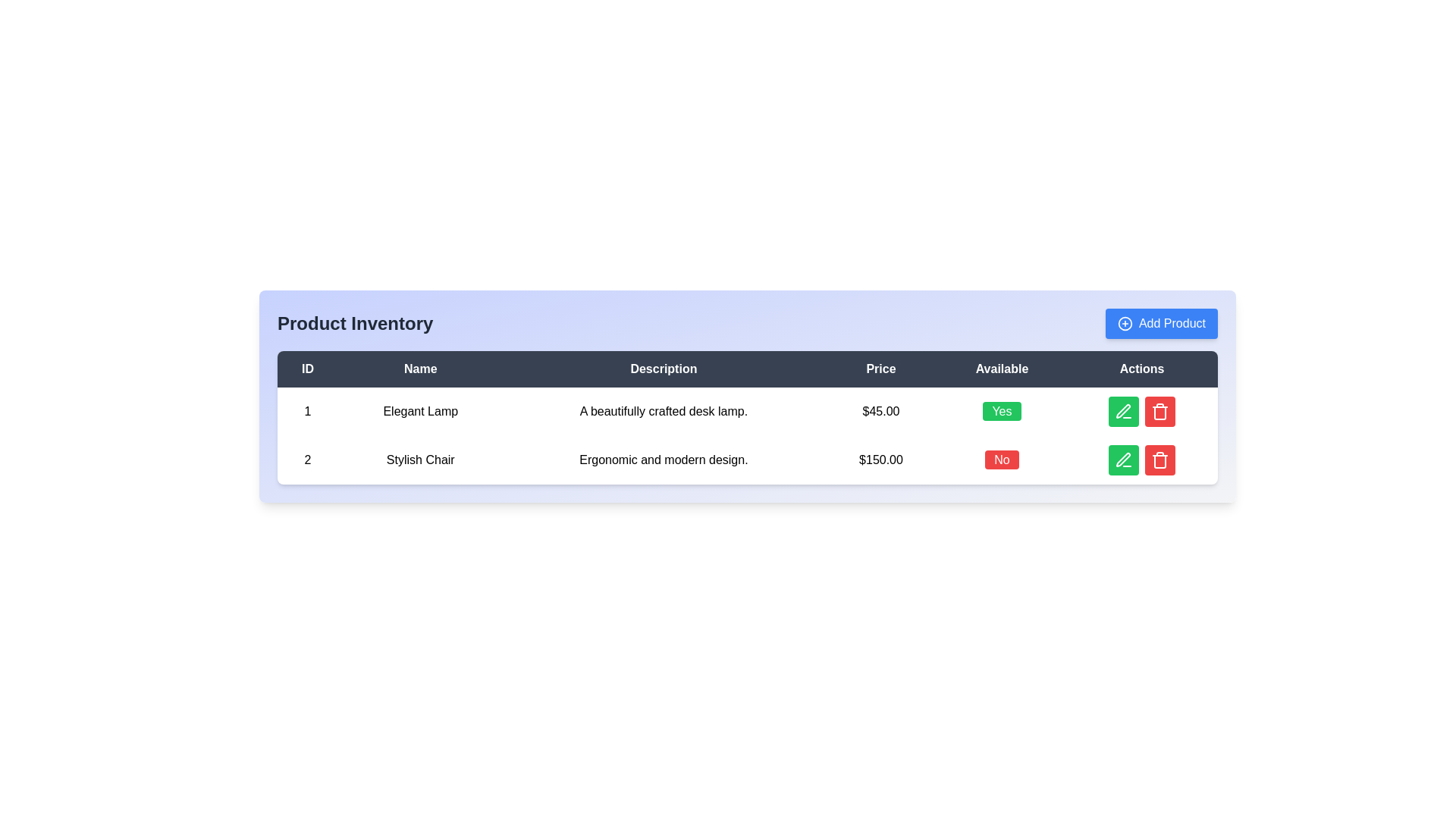 The width and height of the screenshot is (1456, 819). What do you see at coordinates (664, 412) in the screenshot?
I see `text block that provides a detailed description of the product 'Elegant Lamp', located in the third column of the first row of the product inventory table` at bounding box center [664, 412].